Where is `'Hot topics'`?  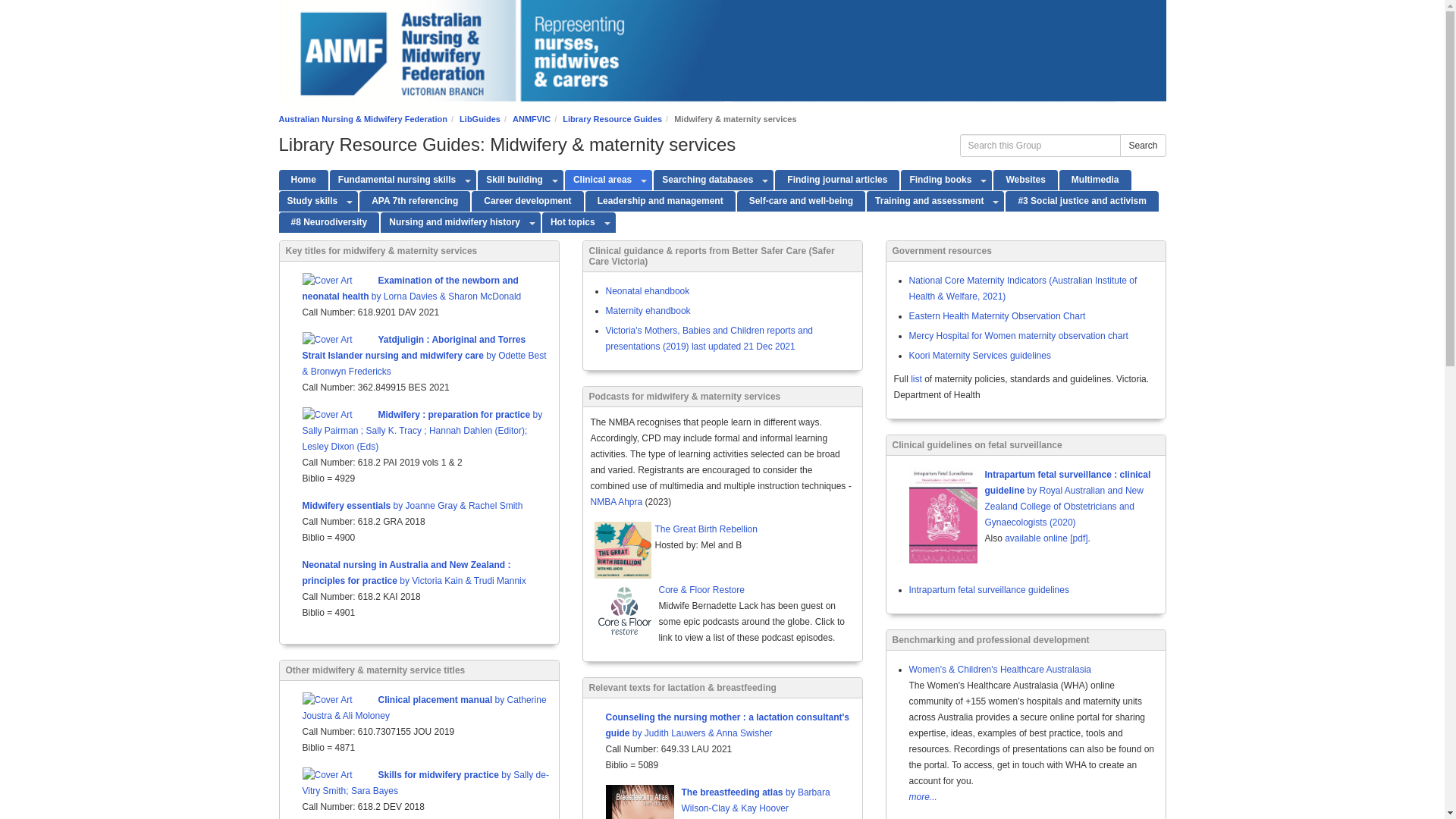
'Hot topics' is located at coordinates (570, 222).